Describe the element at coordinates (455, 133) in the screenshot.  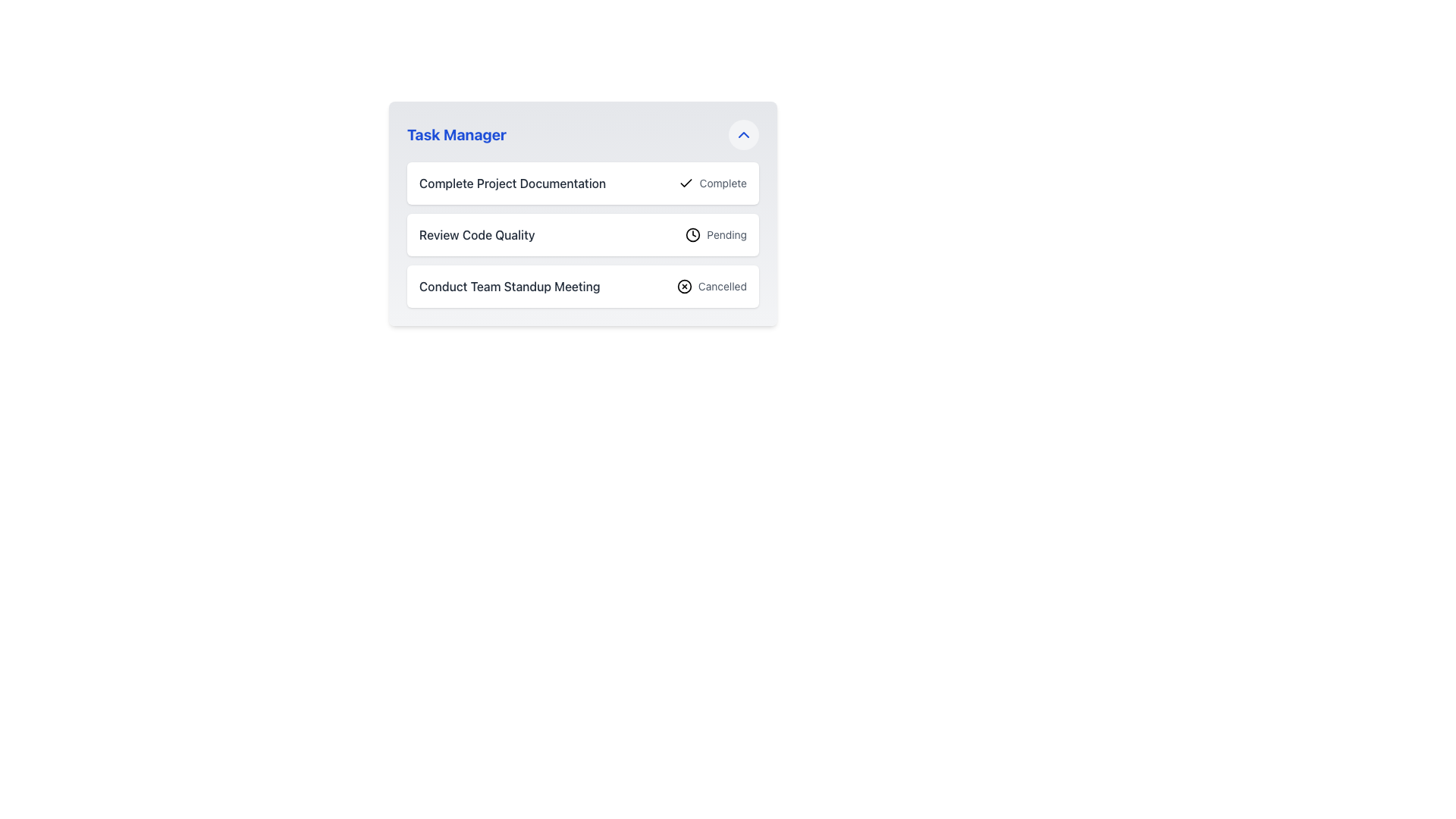
I see `the text label at the top-left corner of the task management interface, indicating the purpose of the associated content` at that location.